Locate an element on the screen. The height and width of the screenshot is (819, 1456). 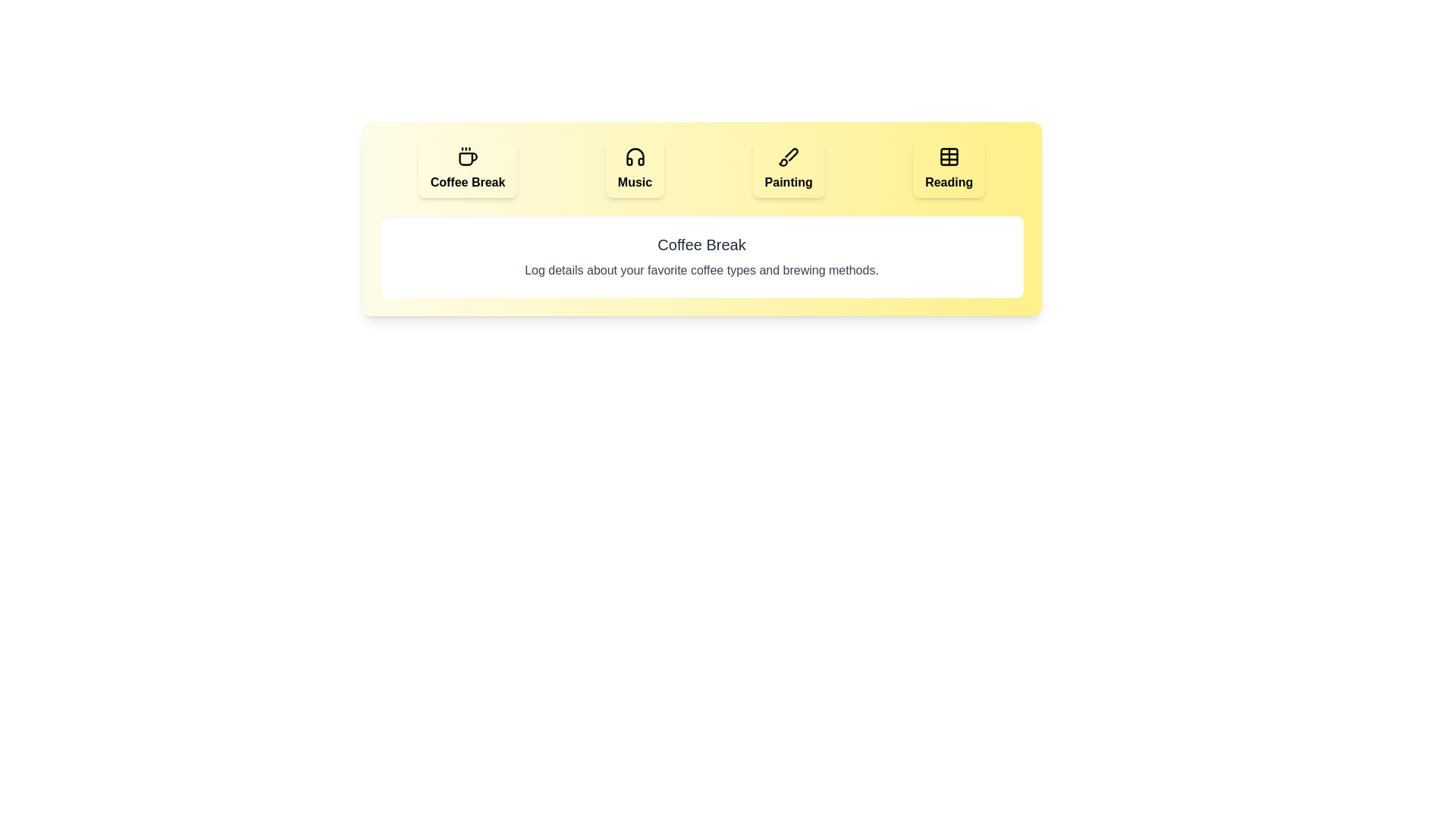
the static text display that shows 'Log details about your favorite coffee types and brewing methods.' which is positioned beneath the heading 'Coffee Break.' is located at coordinates (701, 270).